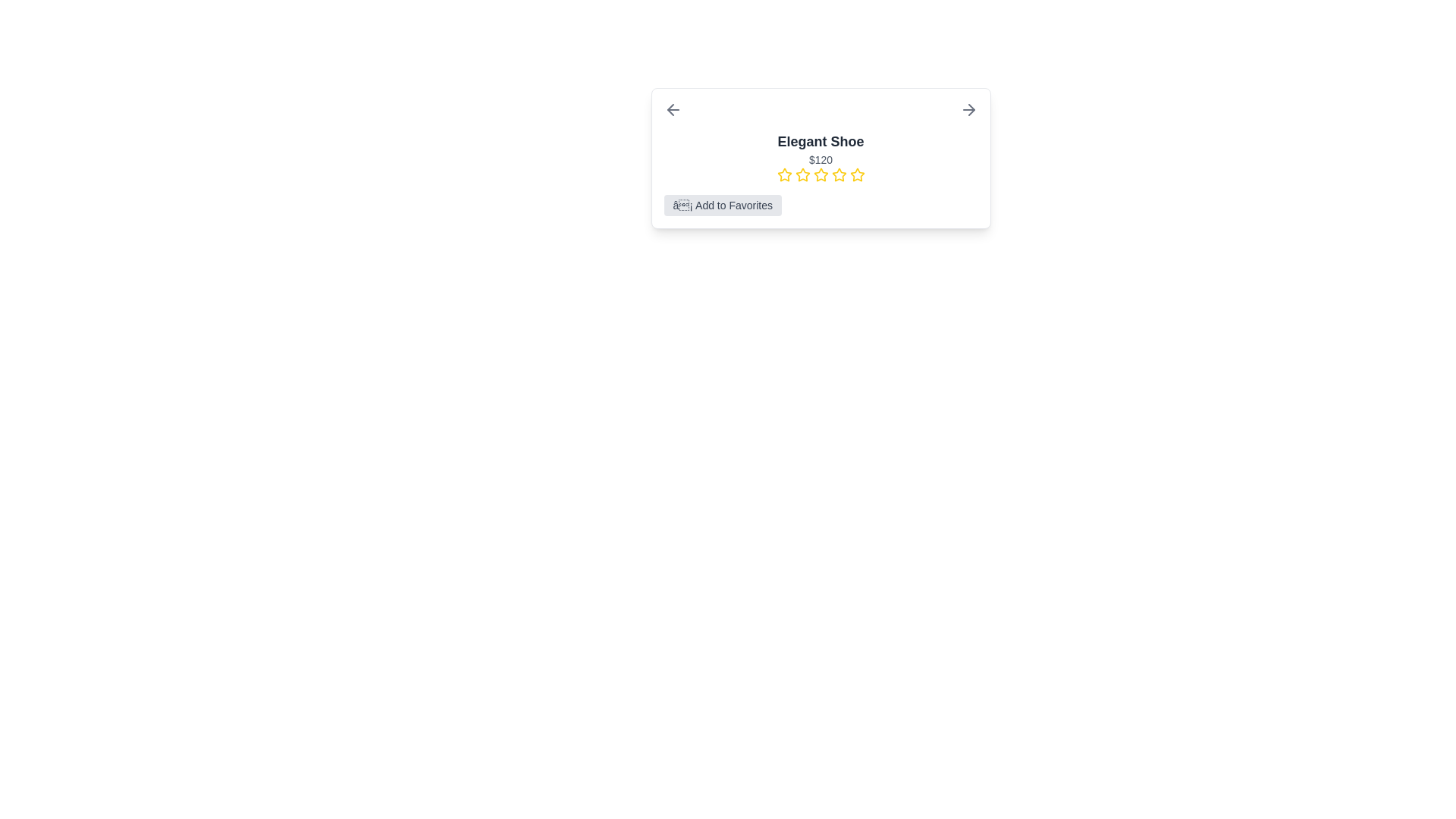  Describe the element at coordinates (820, 174) in the screenshot. I see `the third star-shaped icon in the rating interface to rate it, which is located below the text 'Elegant Shoe' and '$120' within a card-like interface` at that location.